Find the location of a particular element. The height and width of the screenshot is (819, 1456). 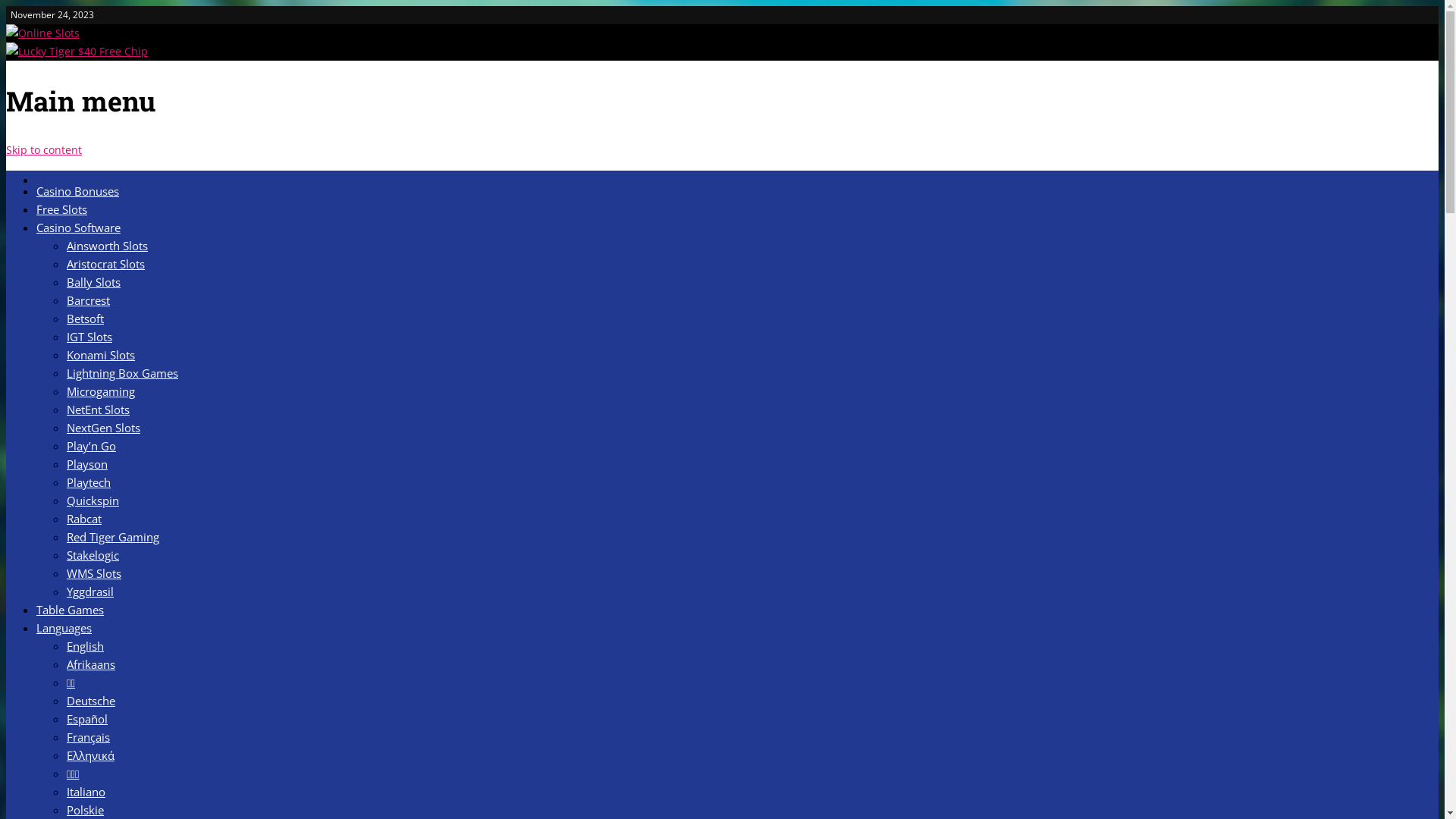

'Free Slots' is located at coordinates (36, 209).